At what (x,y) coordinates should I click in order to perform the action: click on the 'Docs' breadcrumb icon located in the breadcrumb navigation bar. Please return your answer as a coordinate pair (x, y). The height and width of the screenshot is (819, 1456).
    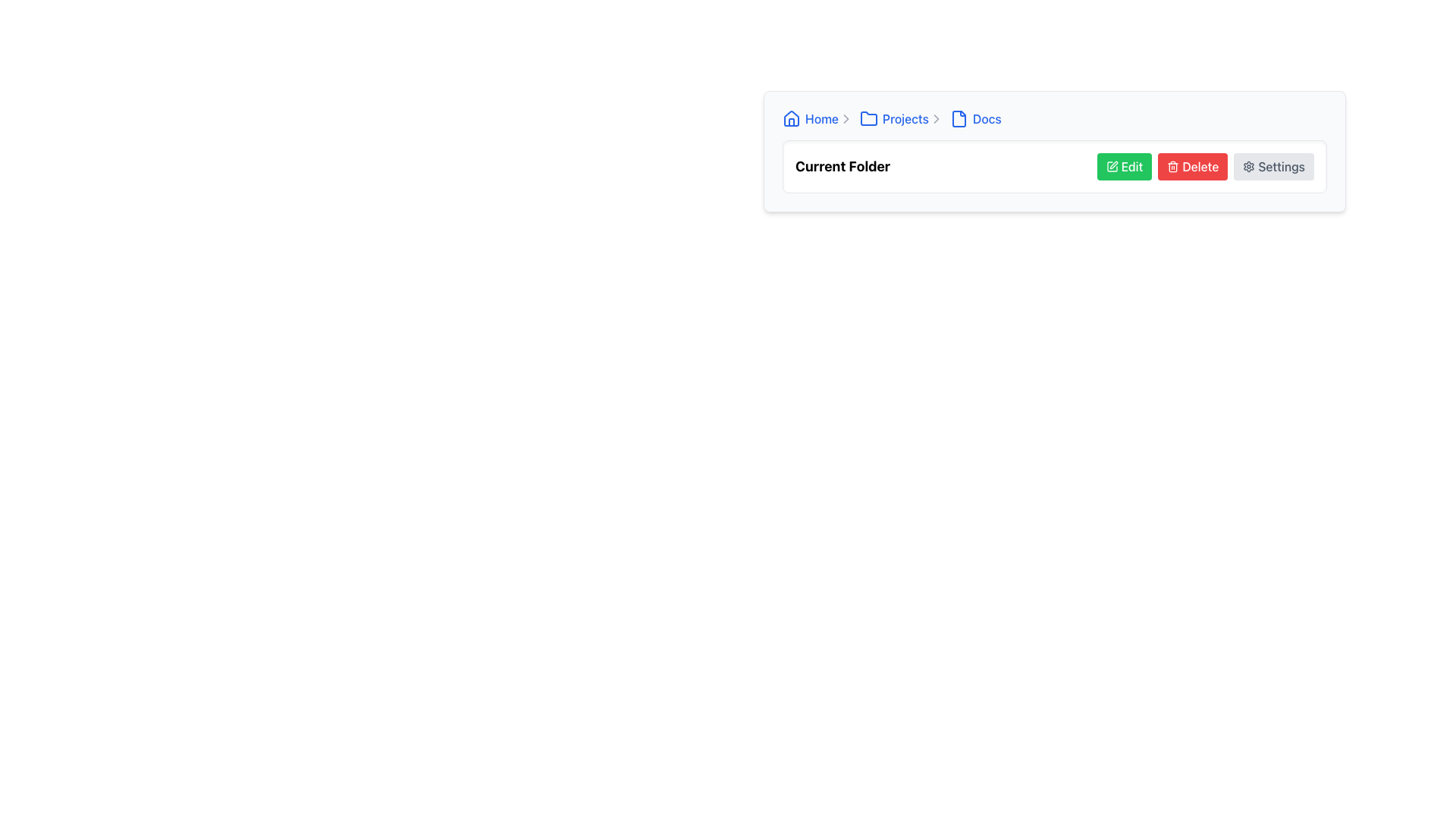
    Looking at the image, I should click on (958, 118).